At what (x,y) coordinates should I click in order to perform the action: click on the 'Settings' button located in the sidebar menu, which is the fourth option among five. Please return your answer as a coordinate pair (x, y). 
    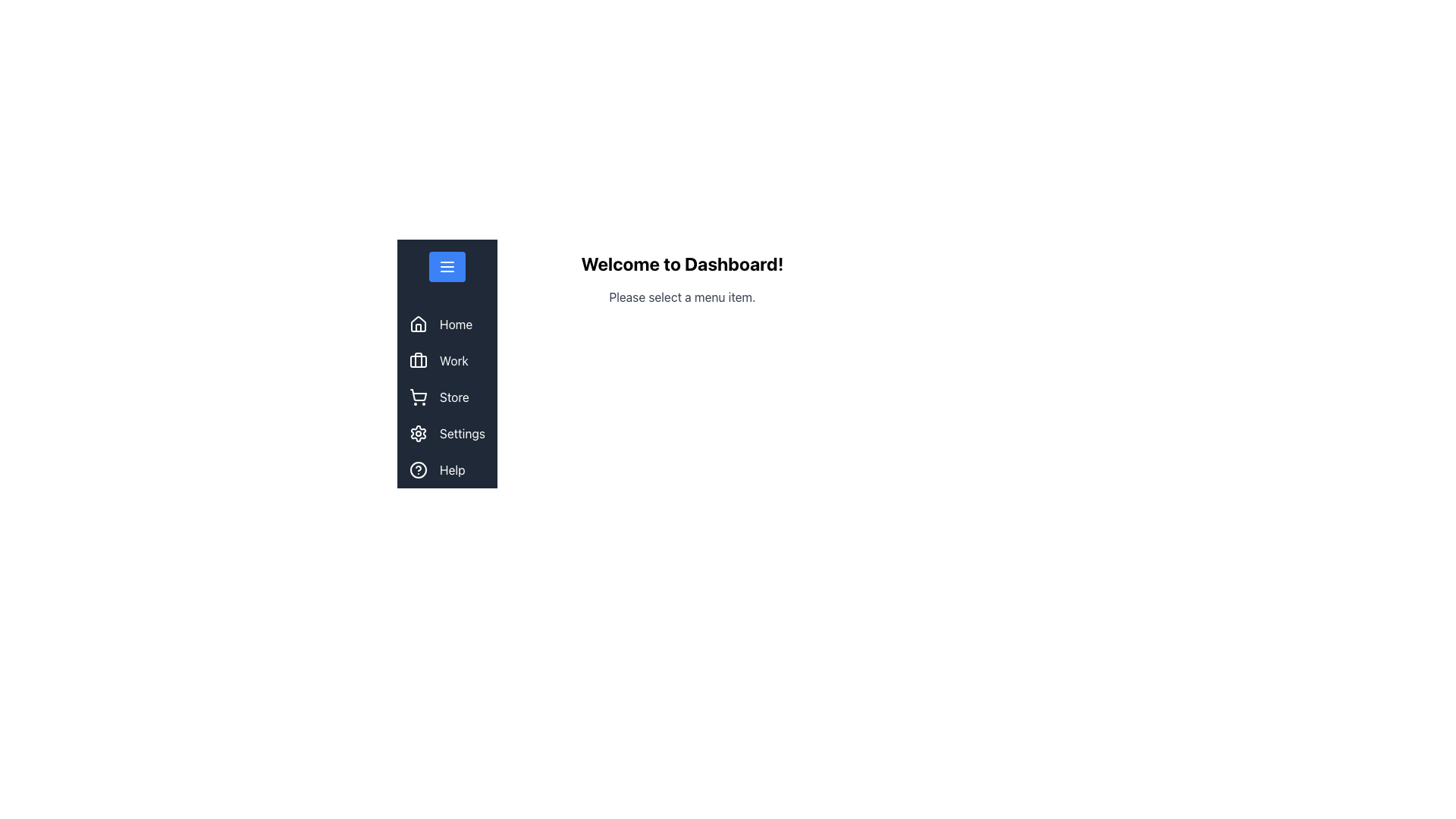
    Looking at the image, I should click on (447, 433).